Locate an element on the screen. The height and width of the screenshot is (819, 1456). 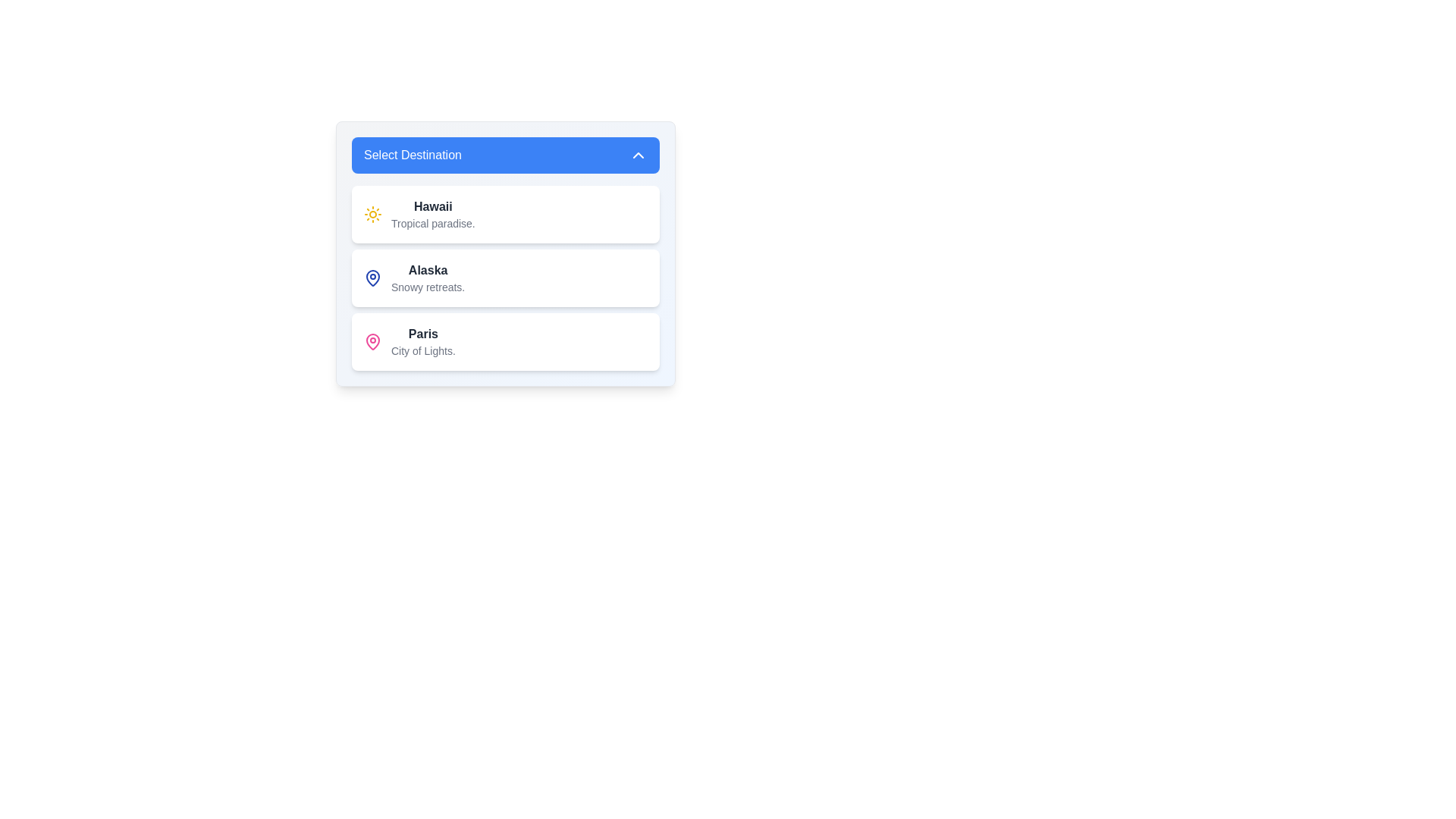
text displayed in the 'Select Destination' section titled 'Alaska' with the description 'Snowy retreats.' is located at coordinates (427, 278).